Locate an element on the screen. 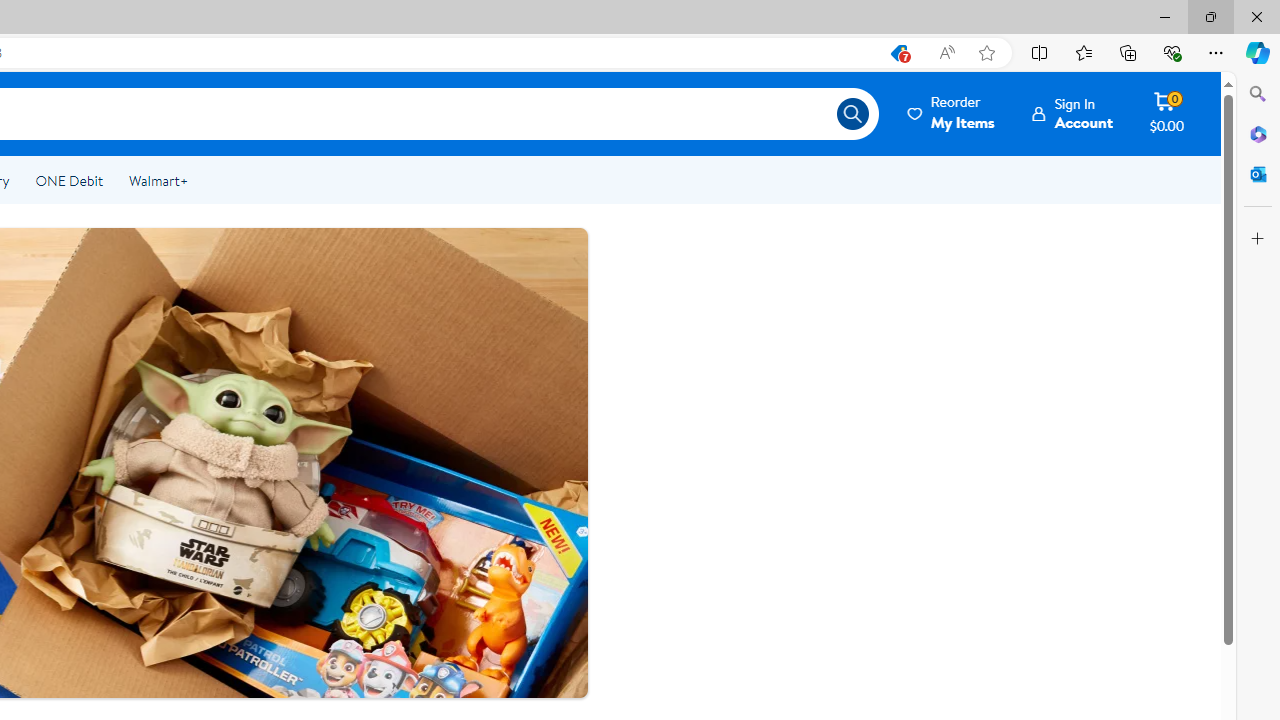  'Sign InAccount' is located at coordinates (1072, 113).